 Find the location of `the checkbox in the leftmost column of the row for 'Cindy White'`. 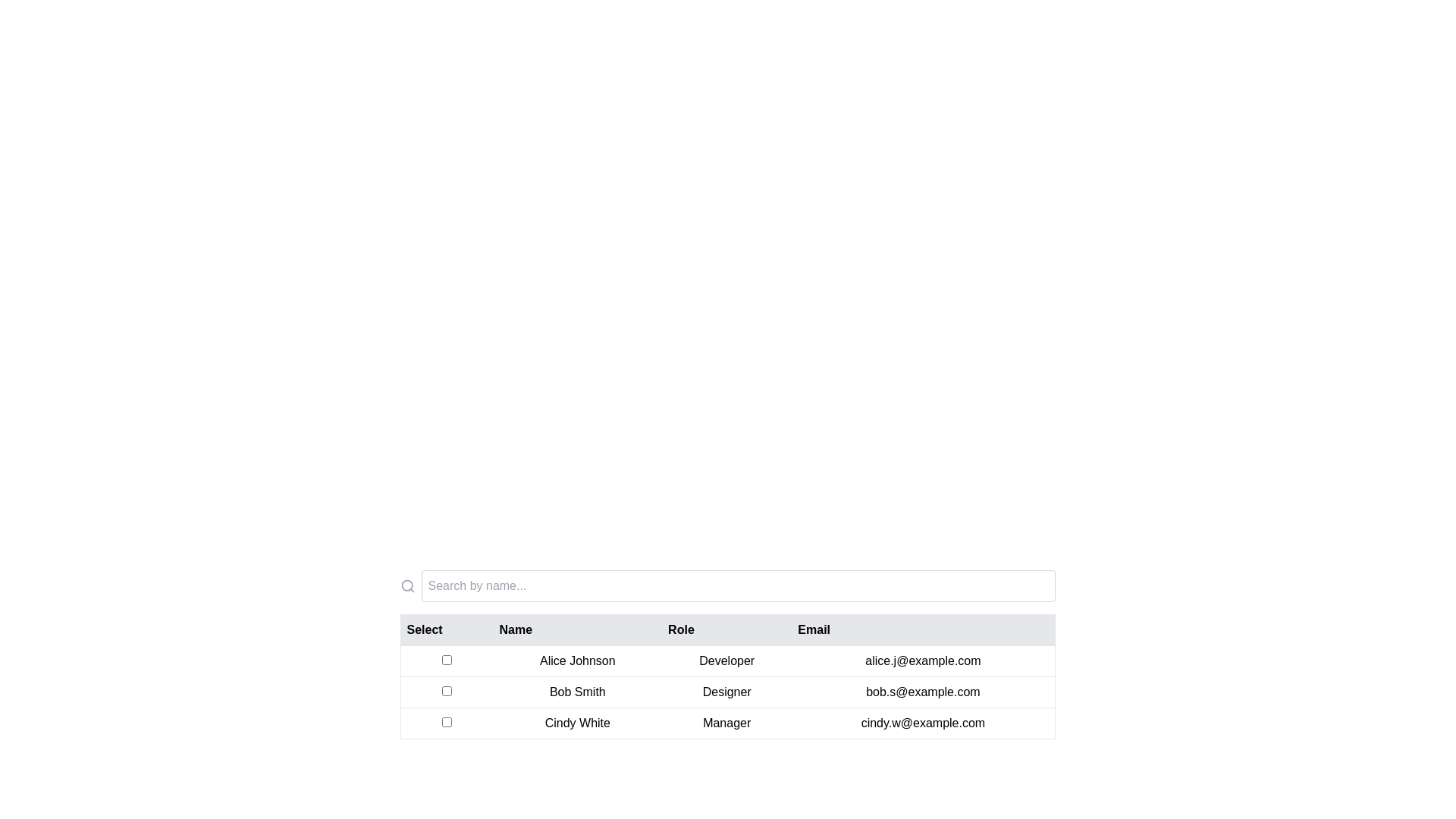

the checkbox in the leftmost column of the row for 'Cindy White' is located at coordinates (446, 722).